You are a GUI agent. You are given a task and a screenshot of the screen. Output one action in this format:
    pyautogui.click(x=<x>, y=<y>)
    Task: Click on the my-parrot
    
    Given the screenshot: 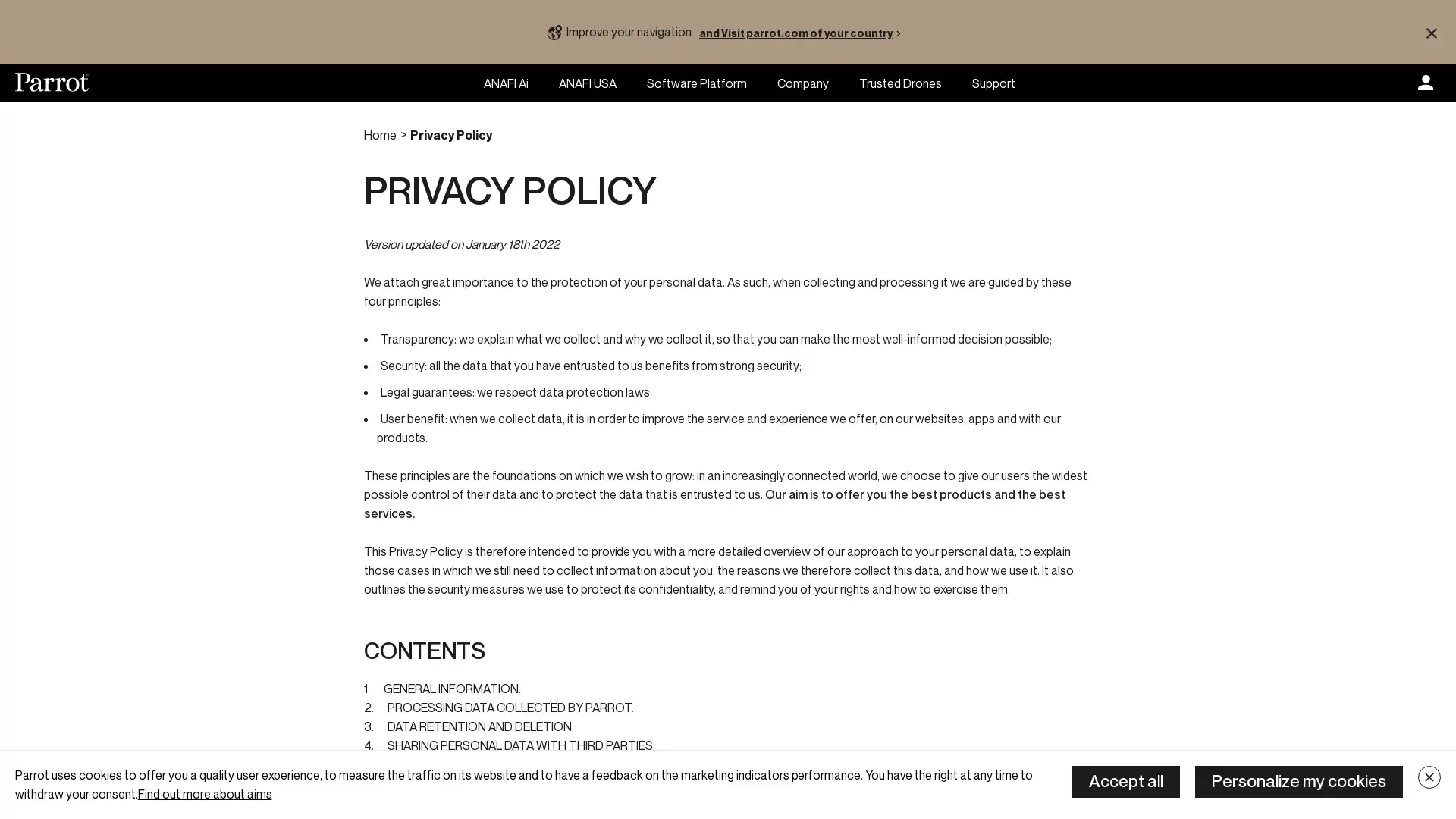 What is the action you would take?
    pyautogui.click(x=1425, y=83)
    